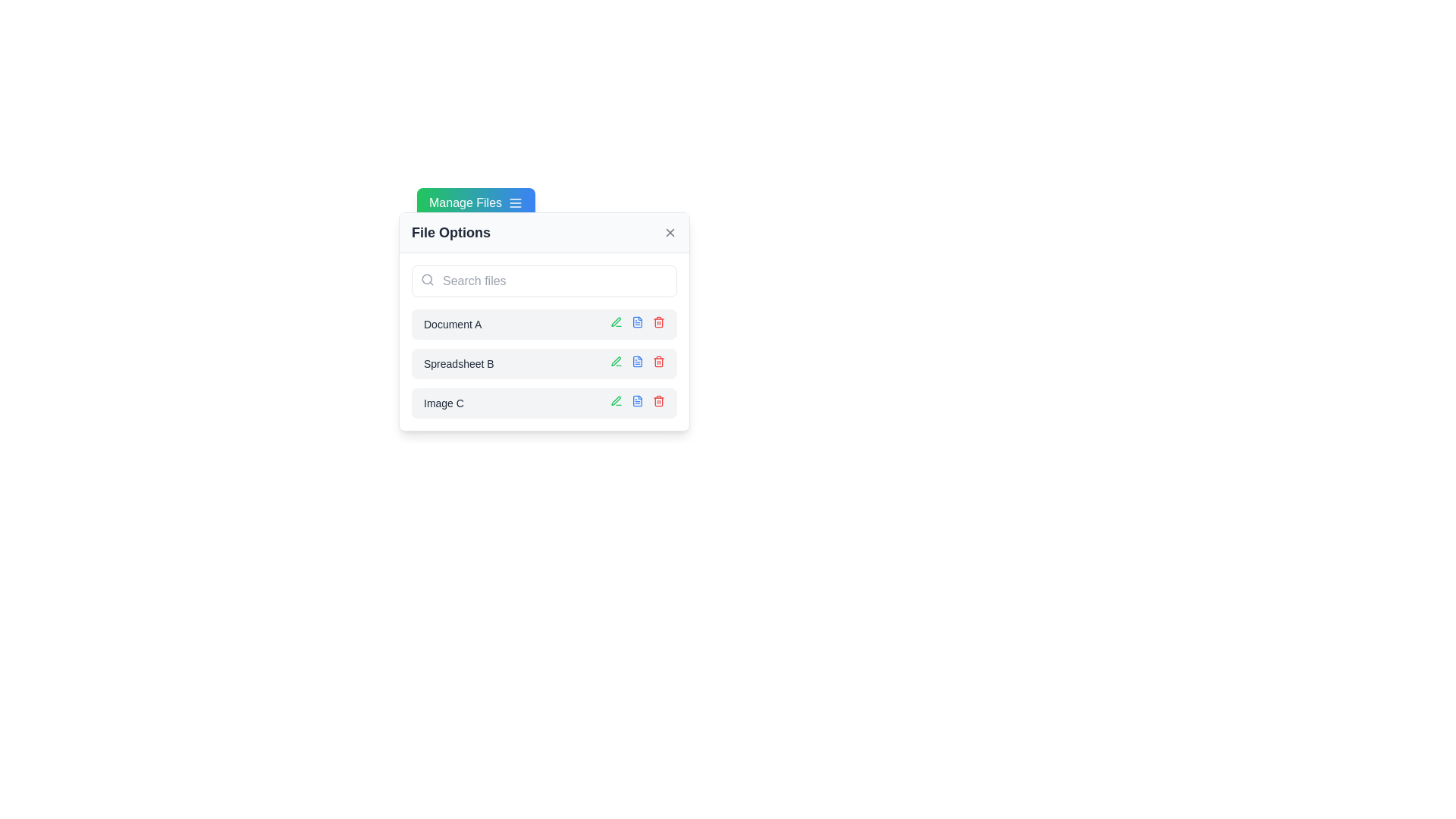  Describe the element at coordinates (658, 400) in the screenshot. I see `the red trash bin icon button, which is the third icon in the row of file action controls, to receive additional visual feedback` at that location.